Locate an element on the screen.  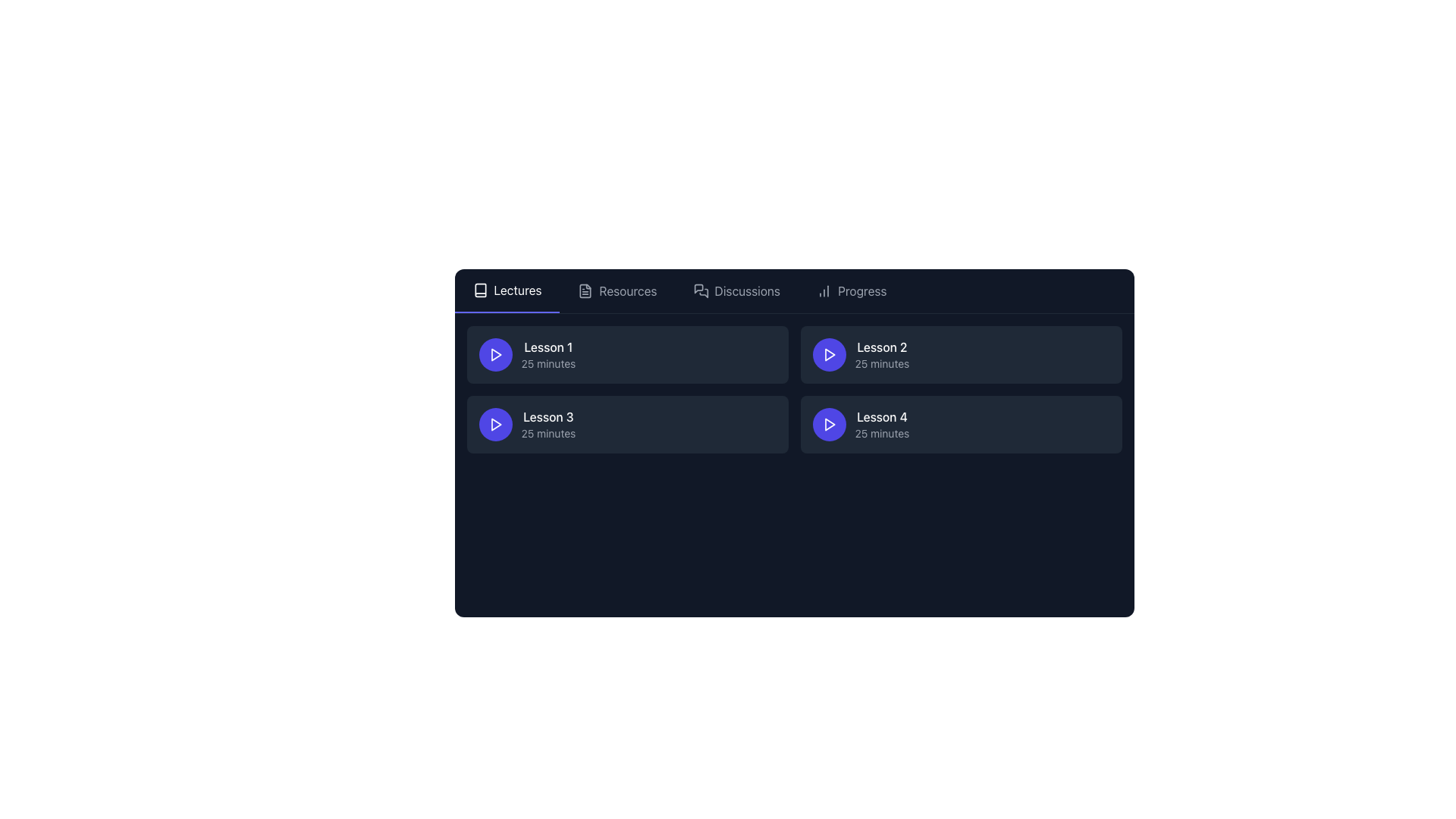
the play button icon, which is a triangular shape inside the circular blue badge of the third lesson card in the left column of the content grid is located at coordinates (495, 424).